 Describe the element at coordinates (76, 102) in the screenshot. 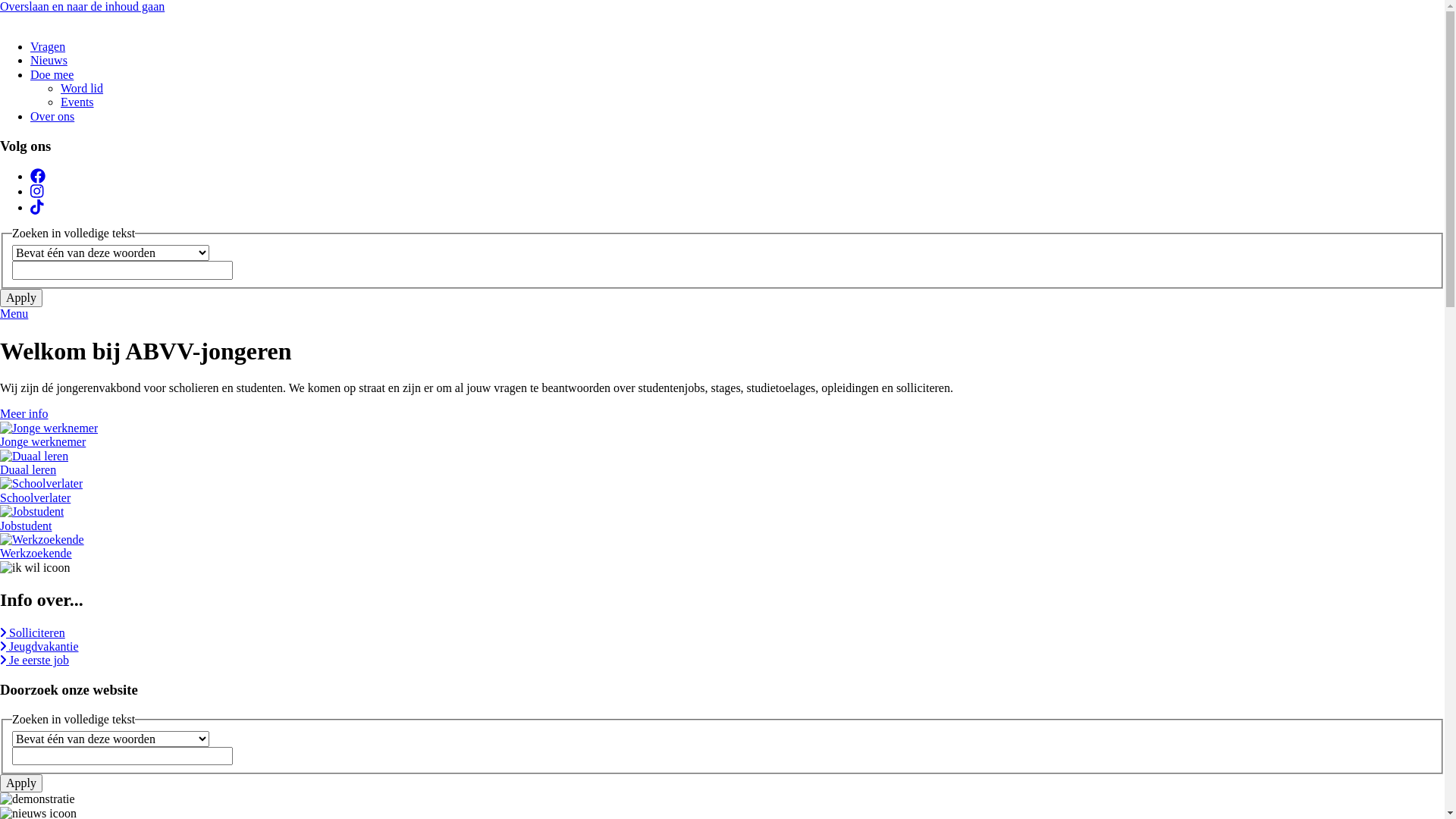

I see `'Events'` at that location.